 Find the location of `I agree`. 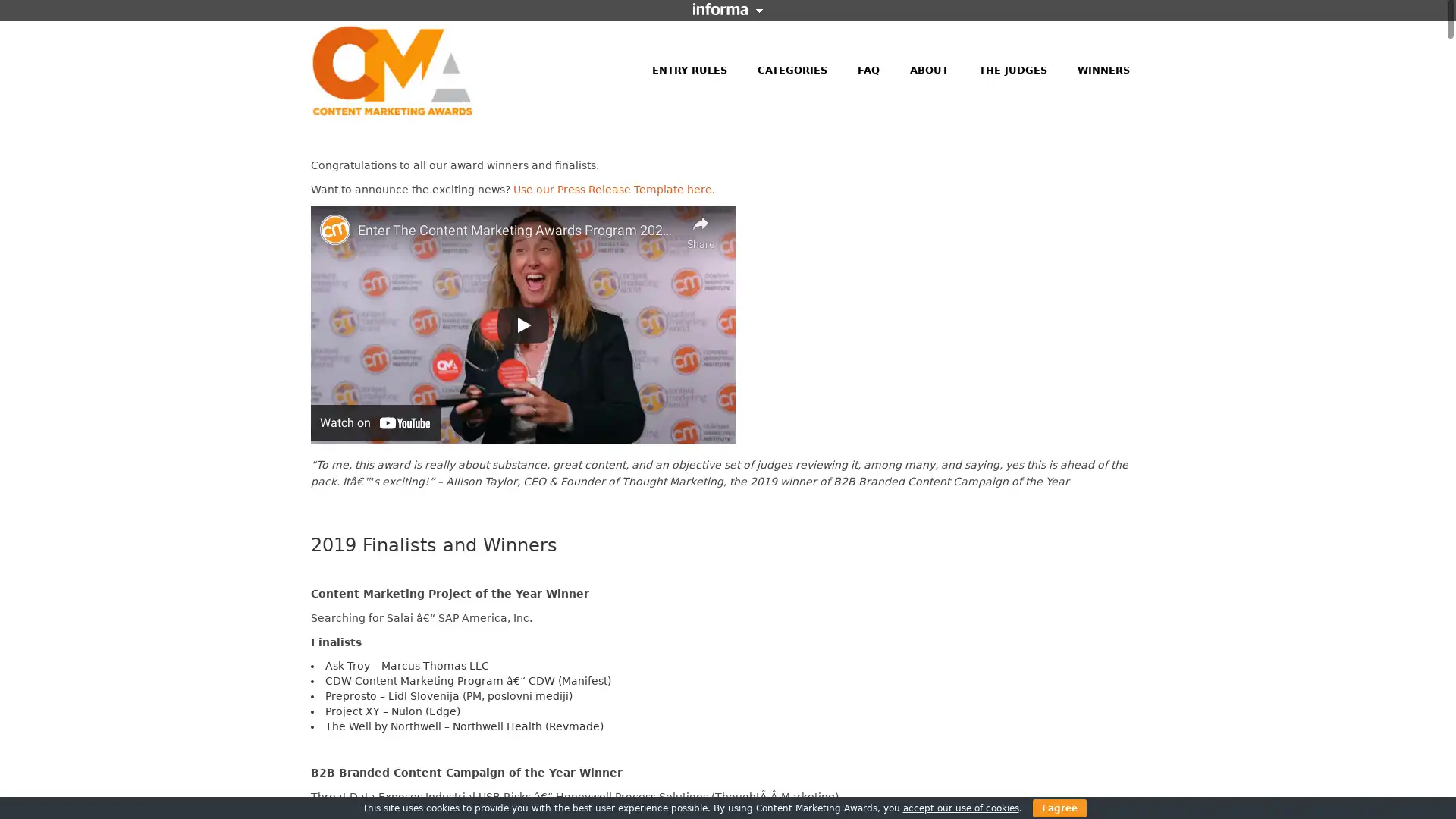

I agree is located at coordinates (1058, 807).